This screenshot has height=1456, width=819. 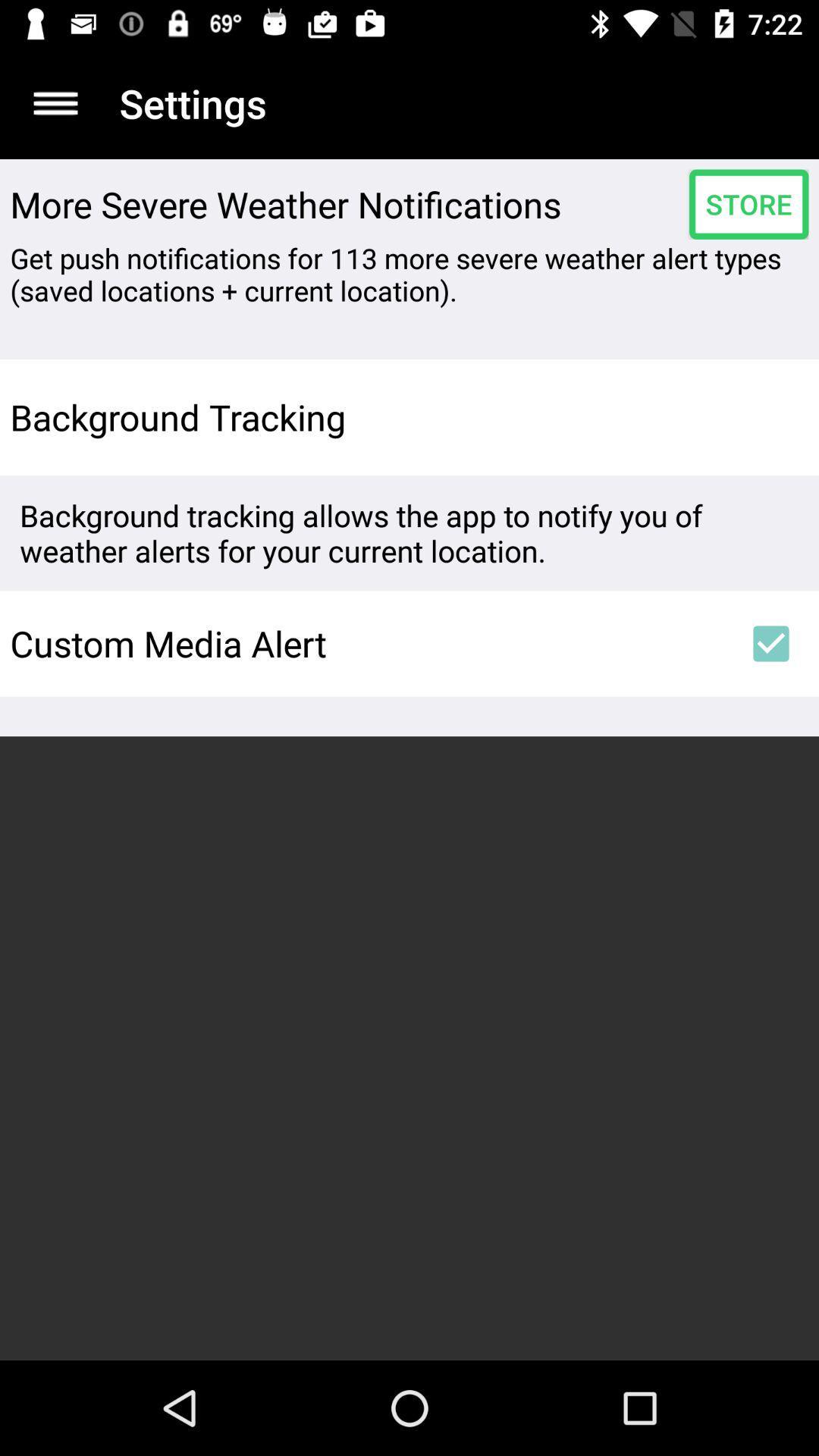 I want to click on icon above the more severe weather icon, so click(x=55, y=102).